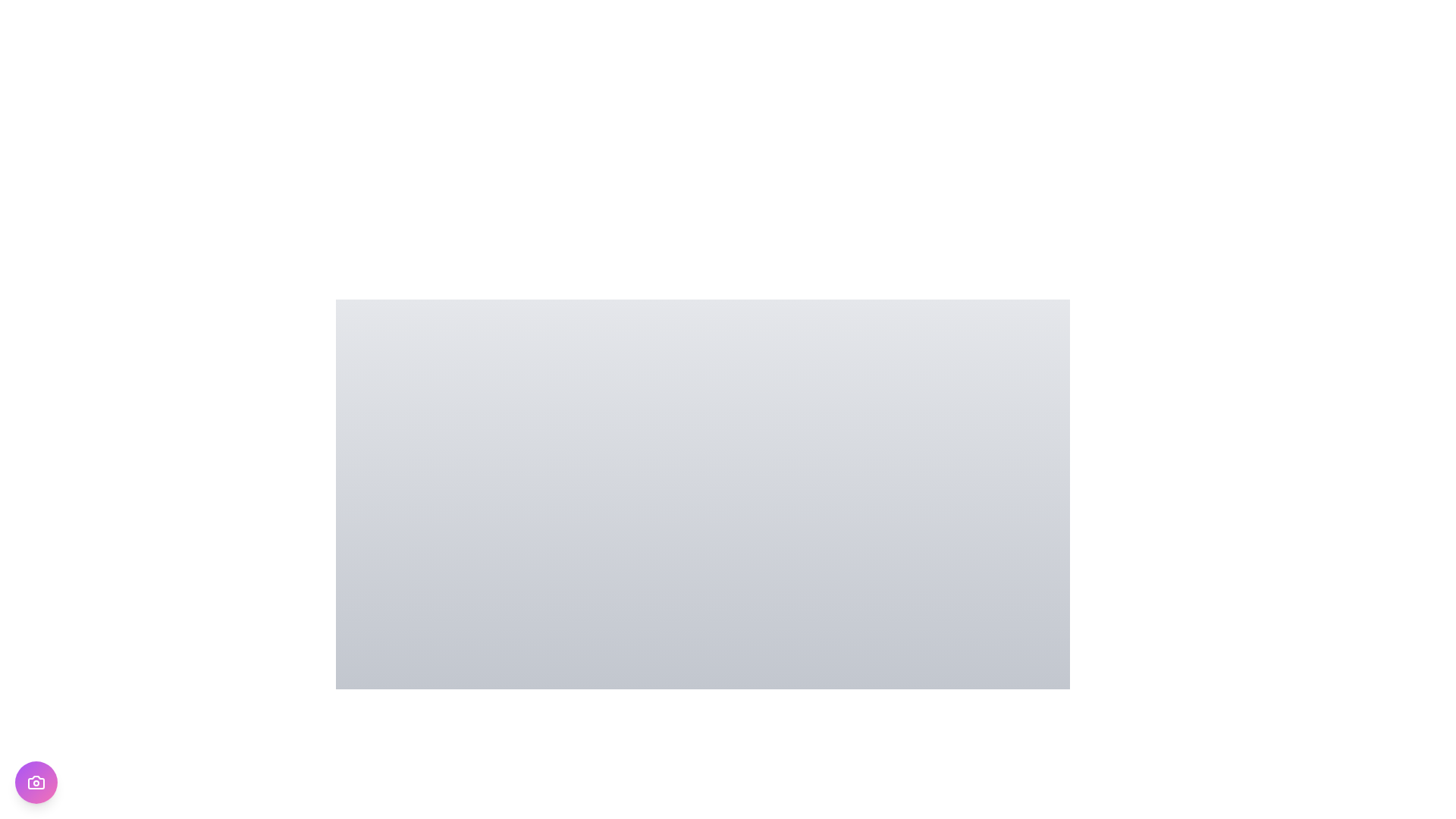 This screenshot has width=1456, height=819. What do you see at coordinates (36, 783) in the screenshot?
I see `floating button in the bottom-left corner to toggle the menu visibility` at bounding box center [36, 783].